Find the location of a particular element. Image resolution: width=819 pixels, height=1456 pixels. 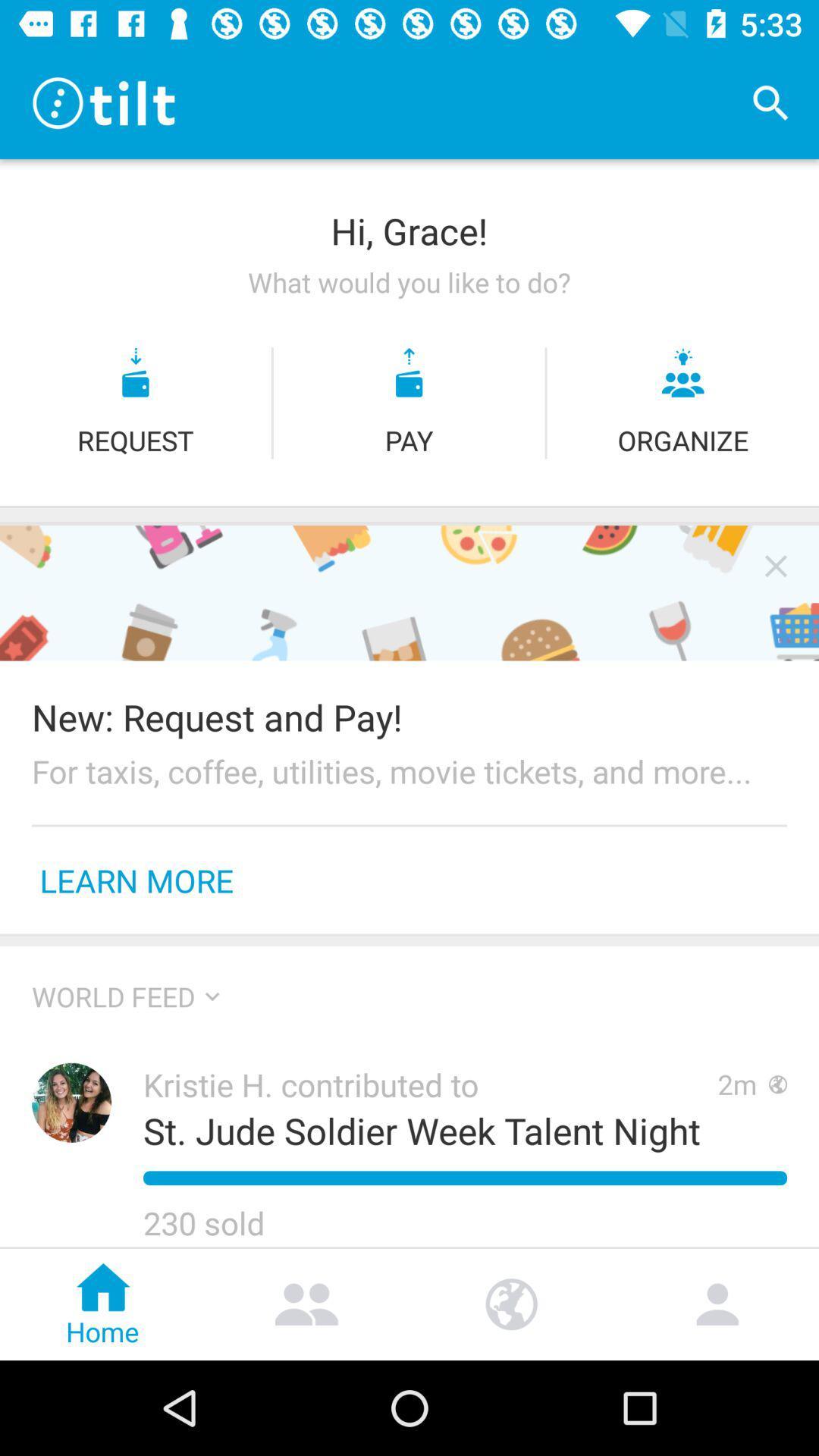

icon above the for taxis coffee item is located at coordinates (409, 716).